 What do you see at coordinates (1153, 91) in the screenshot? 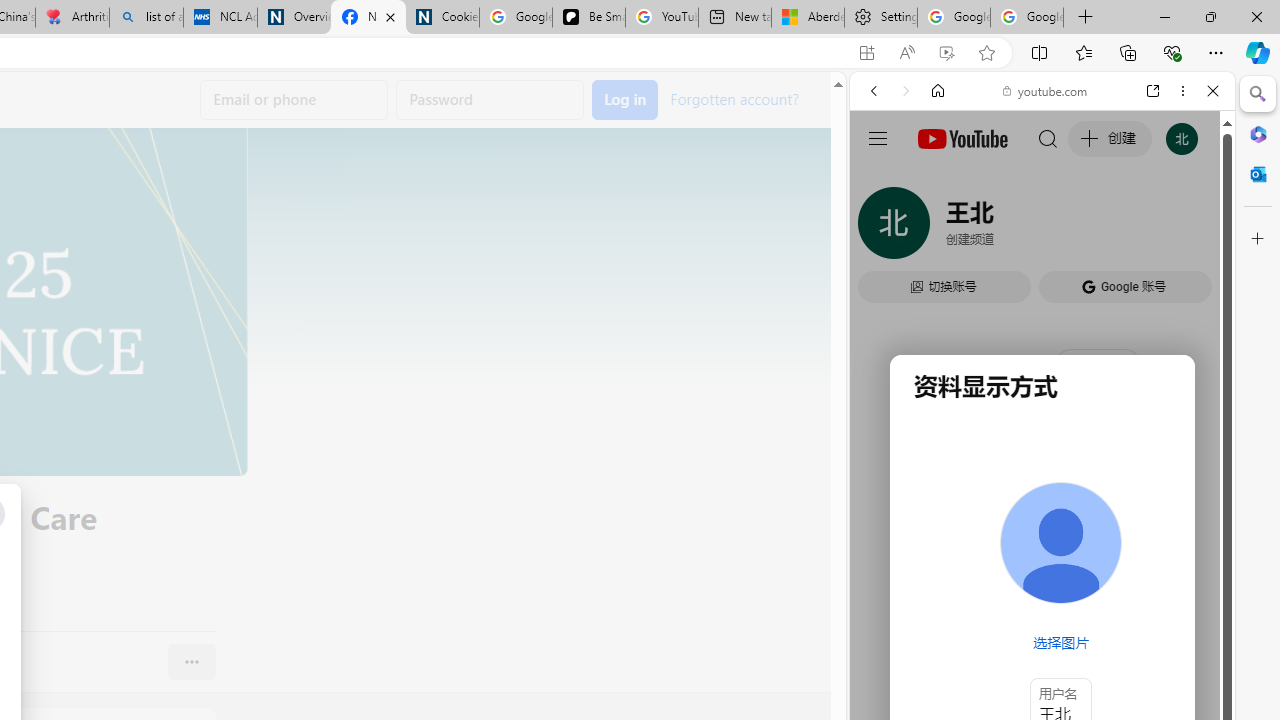
I see `'Open link in new tab'` at bounding box center [1153, 91].